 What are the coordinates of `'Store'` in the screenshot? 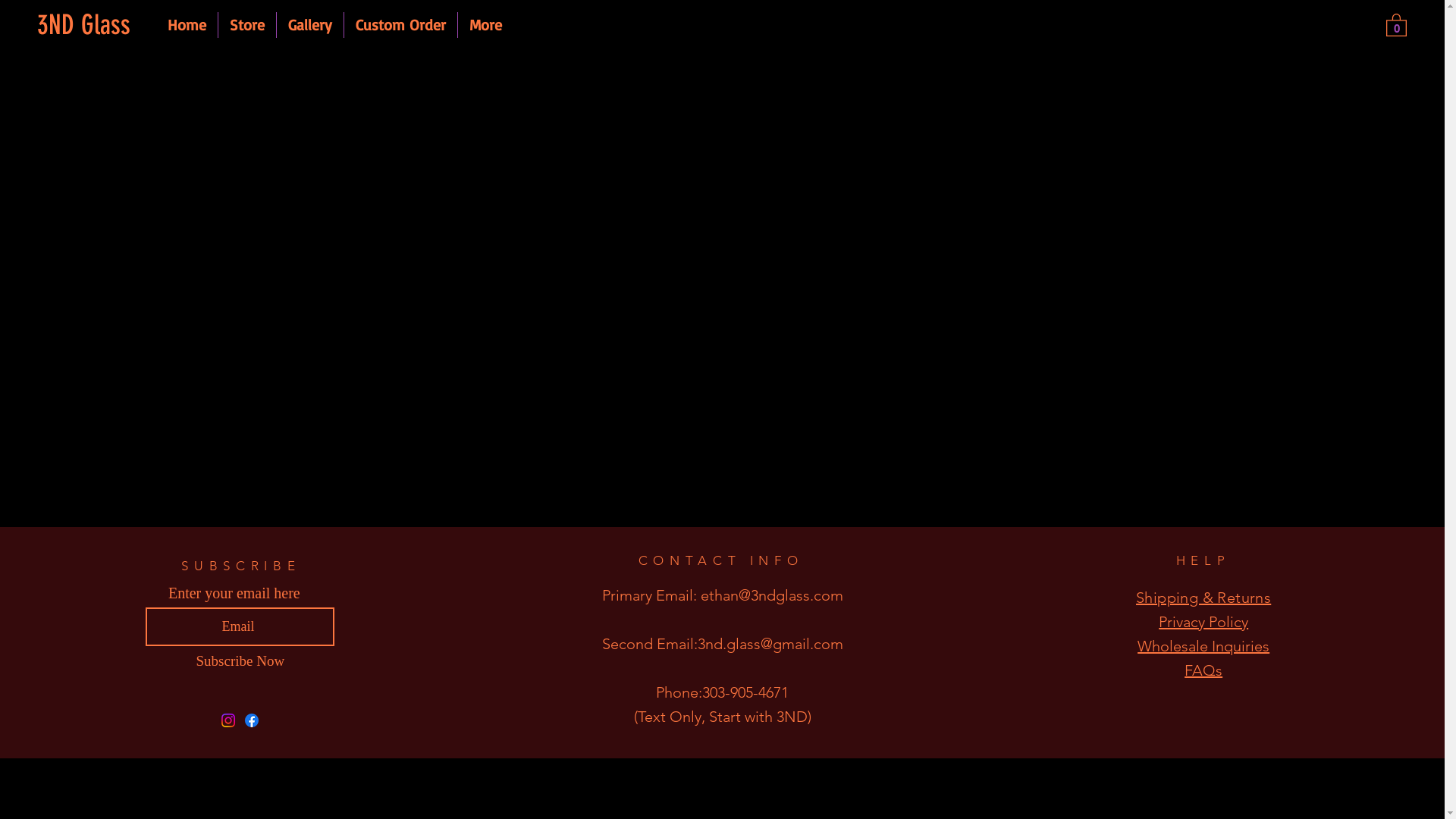 It's located at (247, 25).